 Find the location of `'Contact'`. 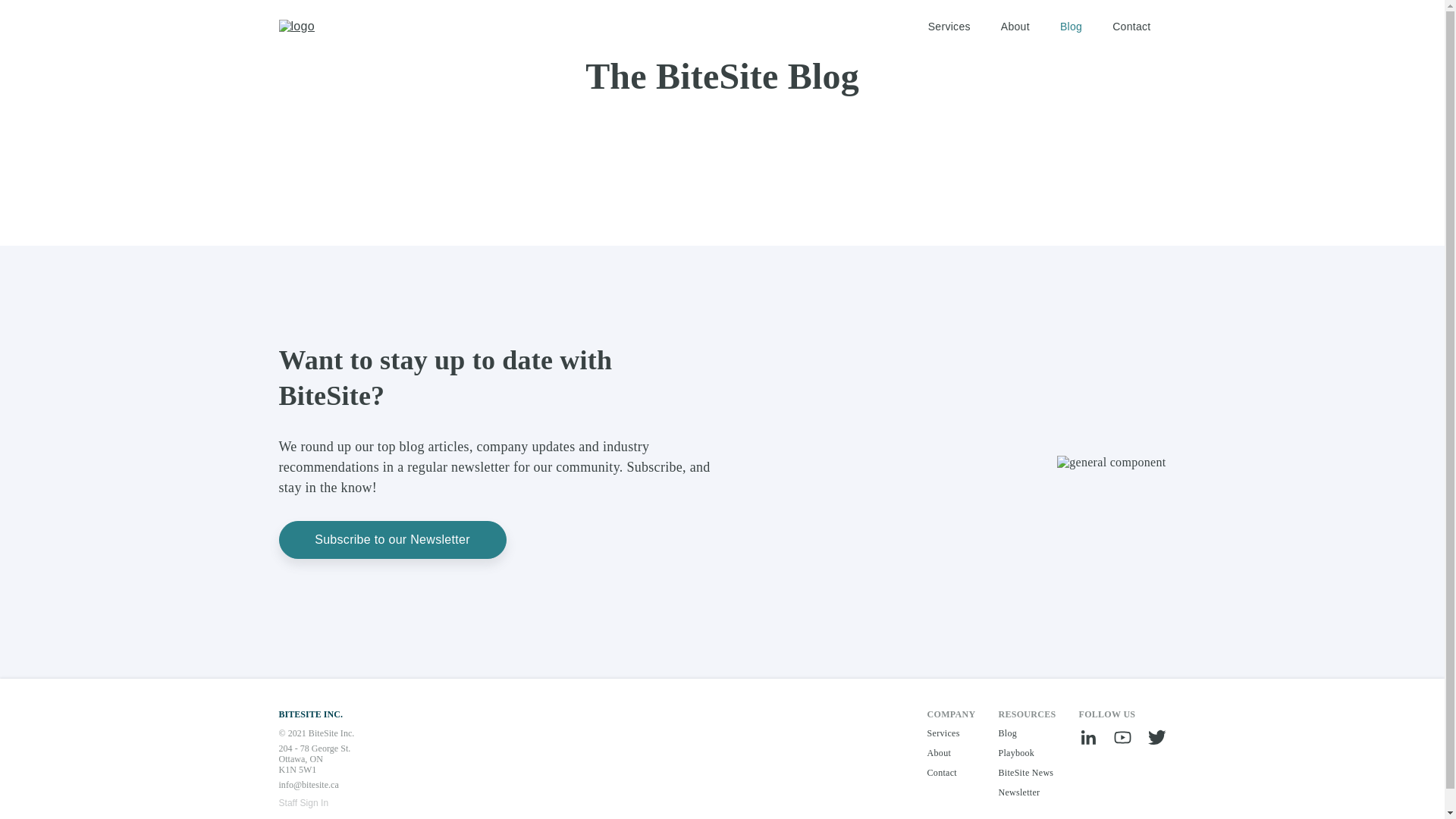

'Contact' is located at coordinates (927, 772).